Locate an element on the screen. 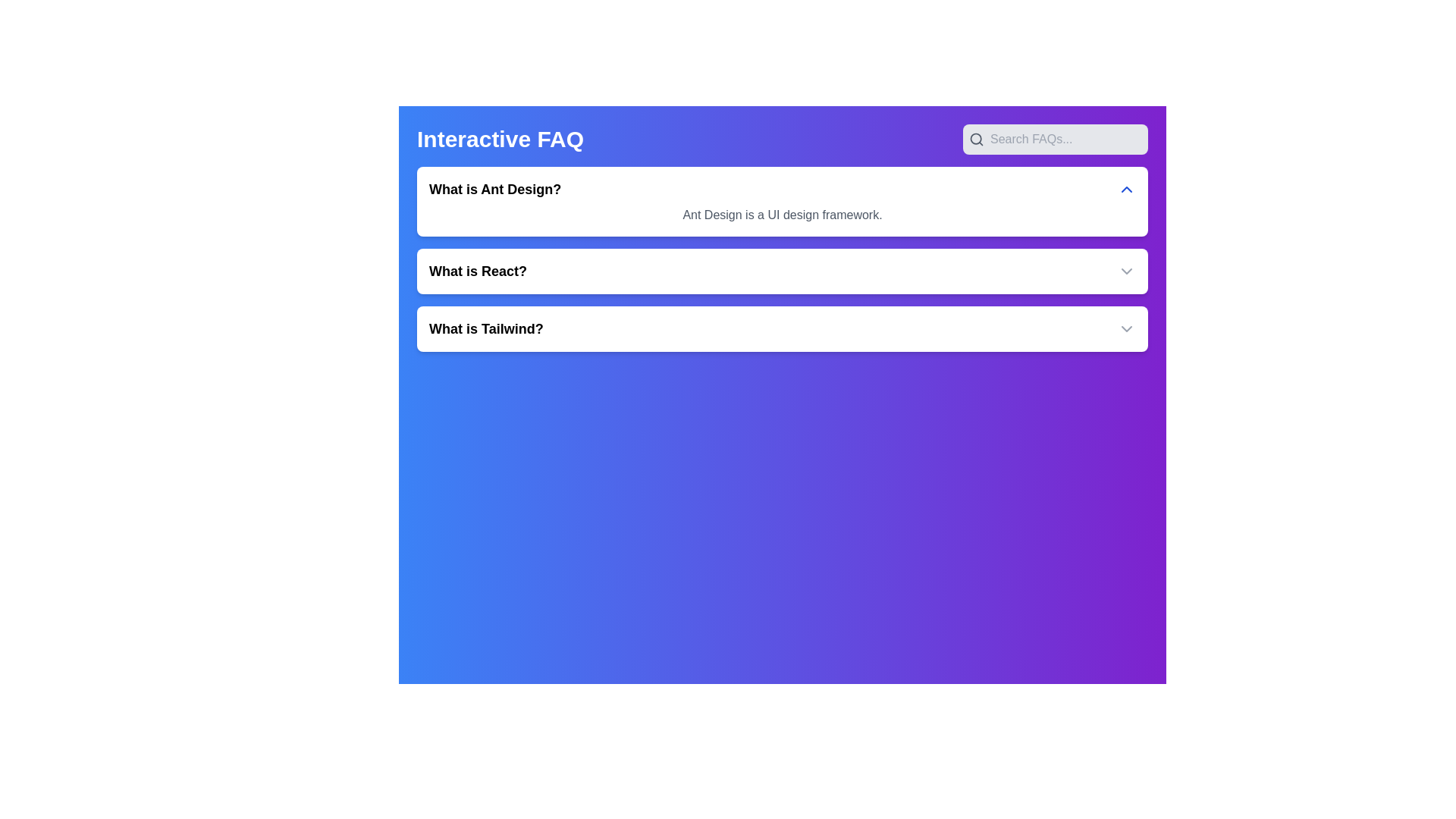  the collapsible section header for the question 'What is Tailwind?' located centrally in the FAQ section for keyboard navigation is located at coordinates (783, 328).